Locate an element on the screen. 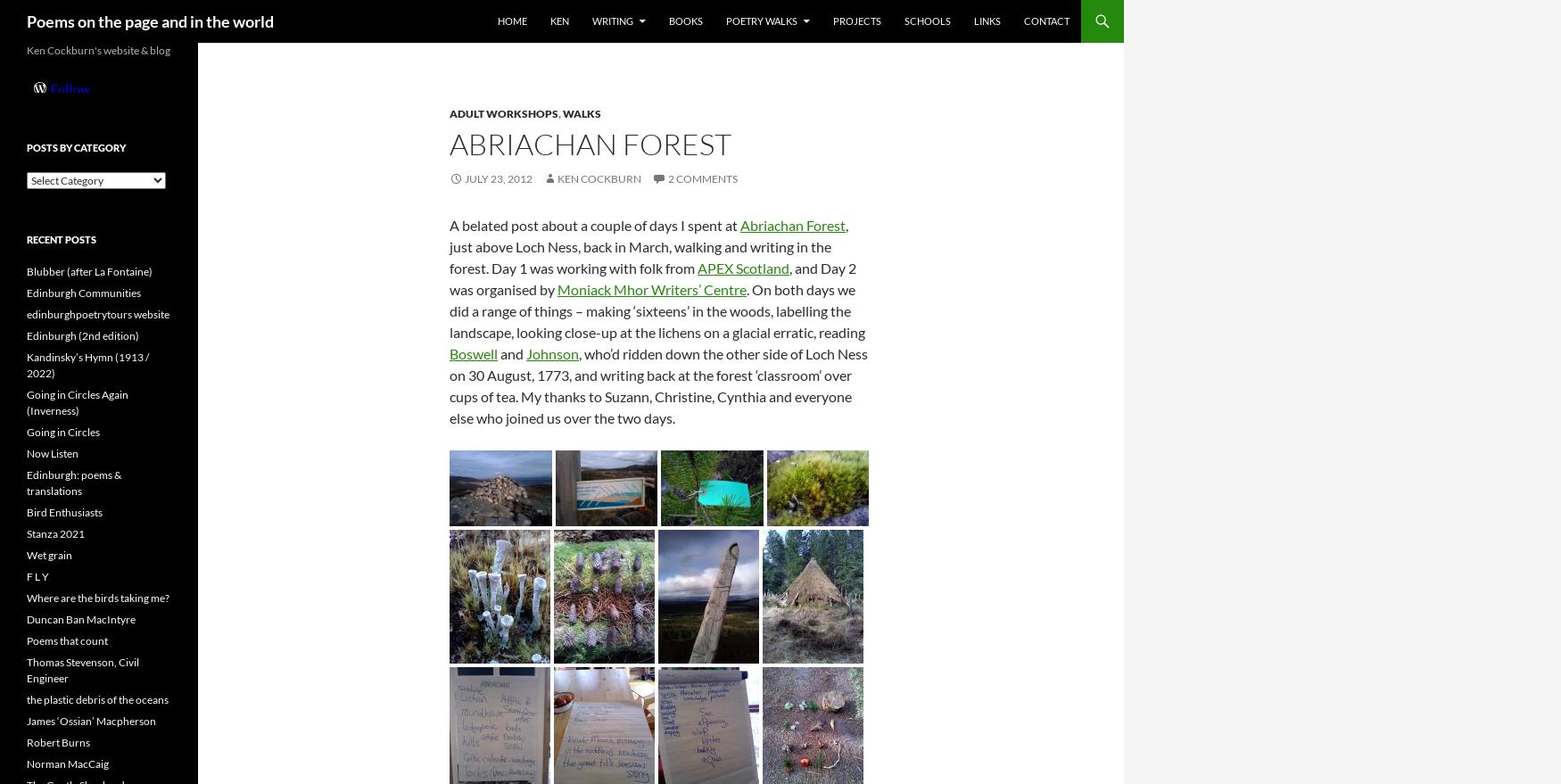 The width and height of the screenshot is (1561, 784). 'Kandinsky’s Hymn (1913 / 2022)' is located at coordinates (87, 364).